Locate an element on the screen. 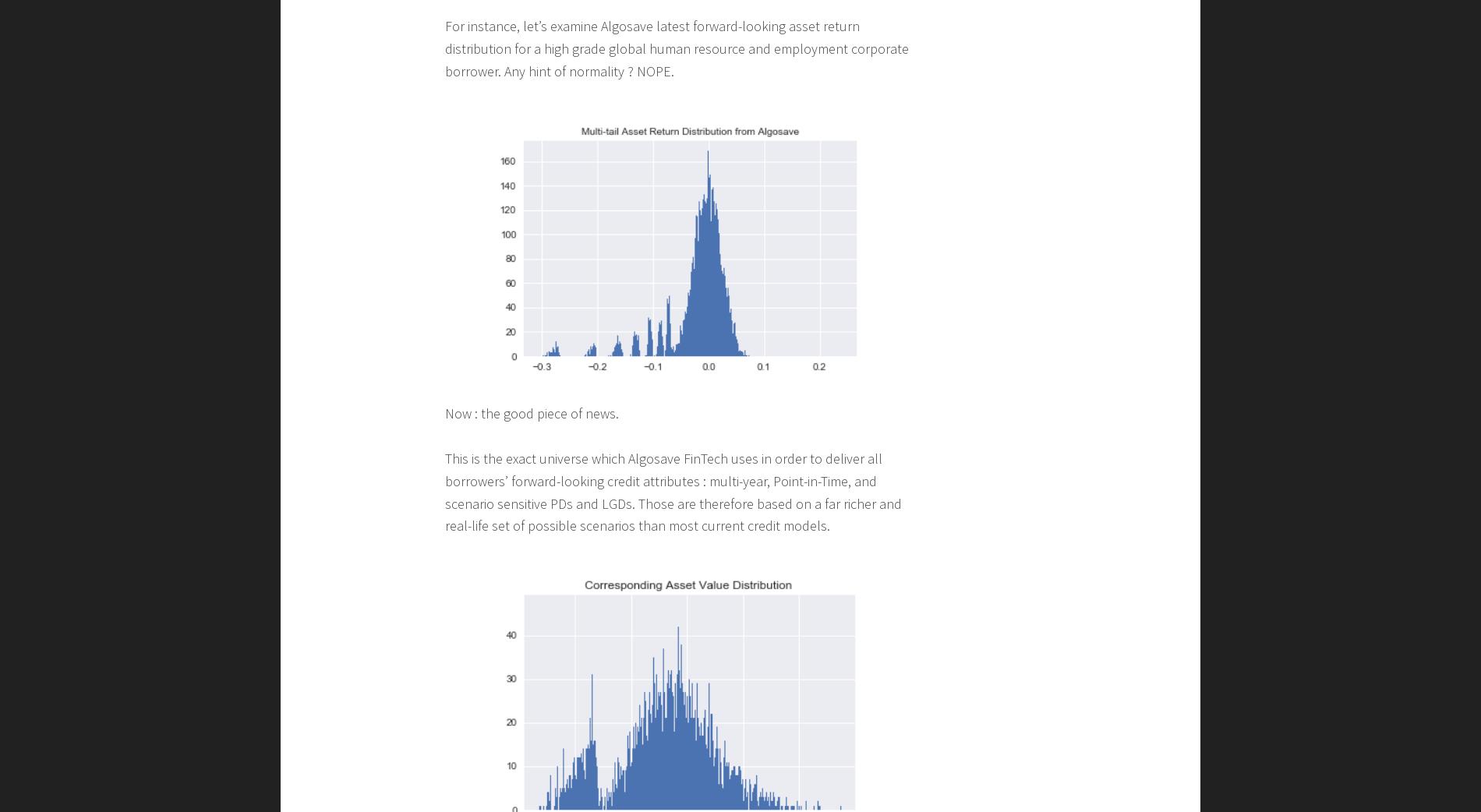 This screenshot has height=812, width=1481. 'By construction, most existing credit models assume normality of asset-return distribution in order to be able to compute their Distance to Default and other related credit attributes.' is located at coordinates (670, 454).